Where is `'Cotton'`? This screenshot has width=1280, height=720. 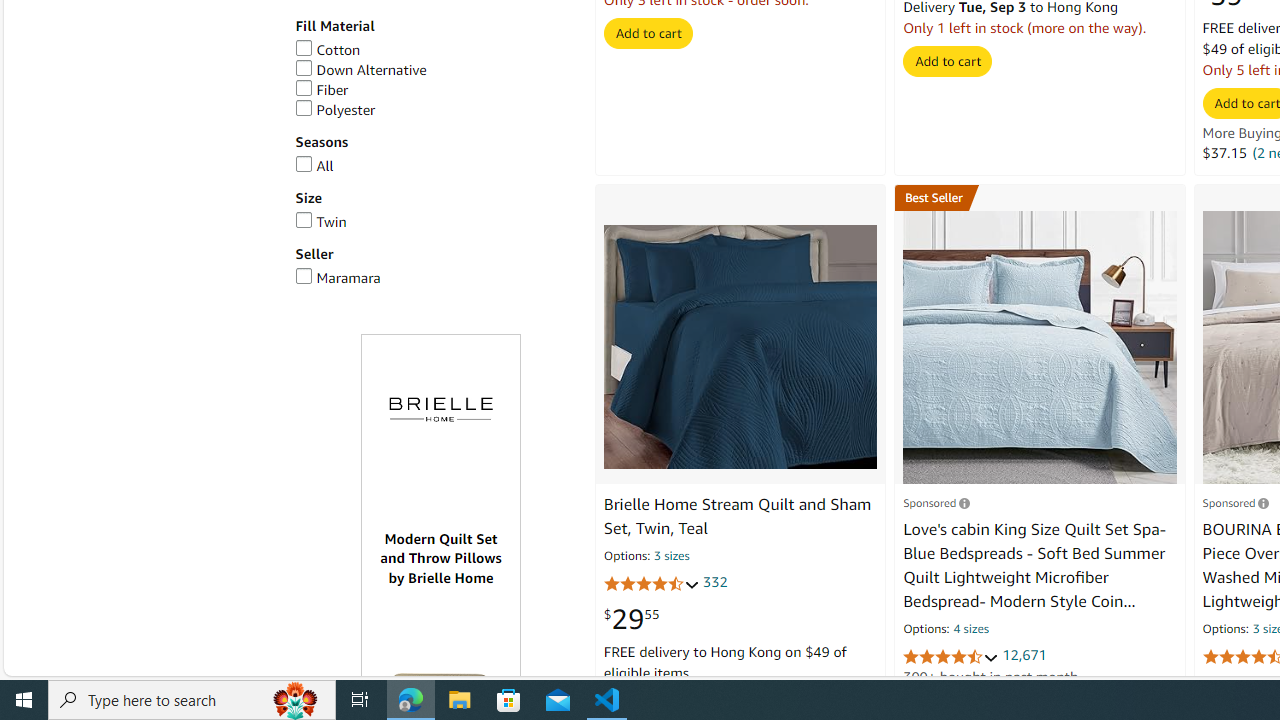 'Cotton' is located at coordinates (433, 49).